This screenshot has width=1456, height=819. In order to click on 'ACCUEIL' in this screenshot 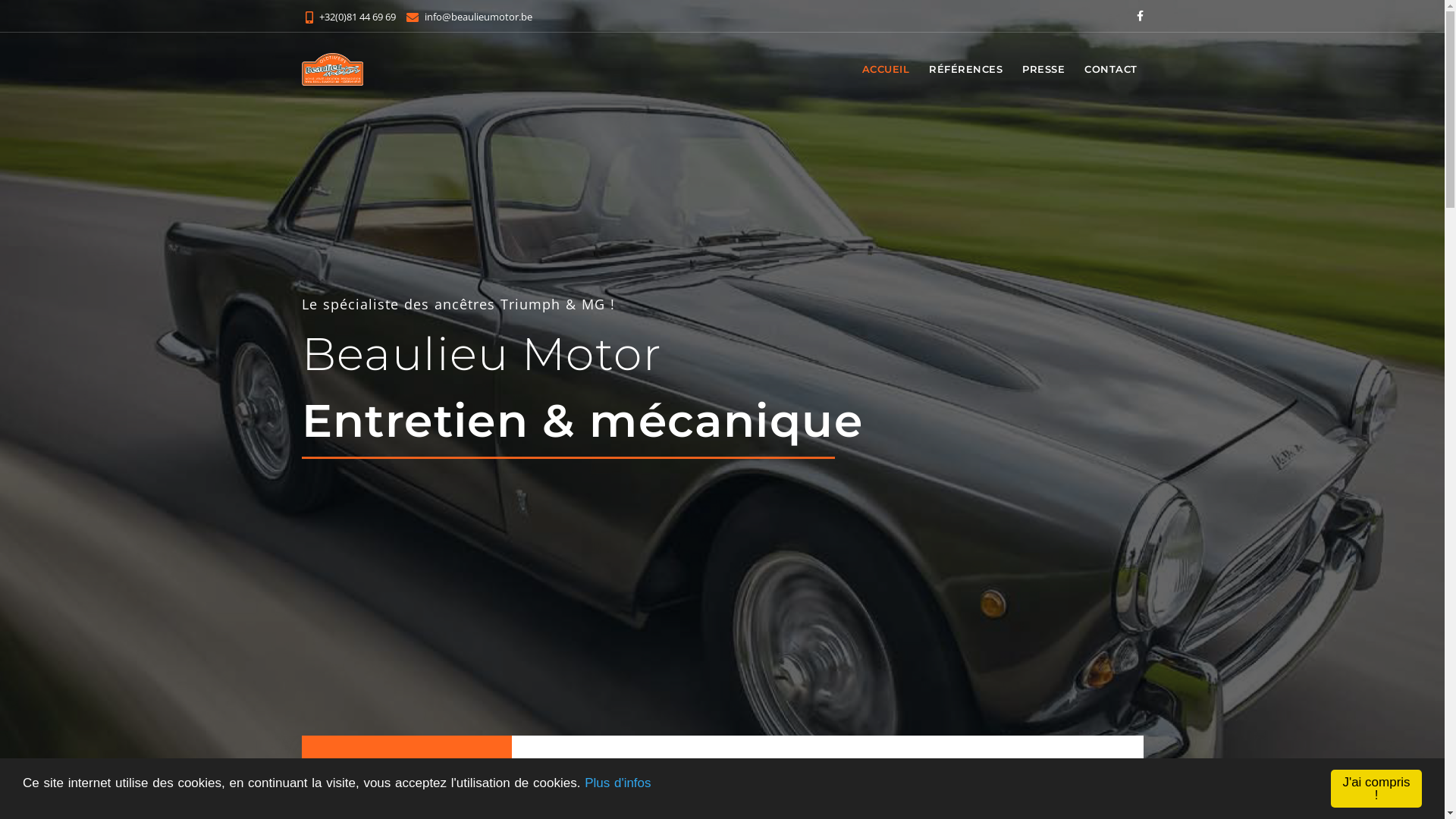, I will do `click(885, 69)`.